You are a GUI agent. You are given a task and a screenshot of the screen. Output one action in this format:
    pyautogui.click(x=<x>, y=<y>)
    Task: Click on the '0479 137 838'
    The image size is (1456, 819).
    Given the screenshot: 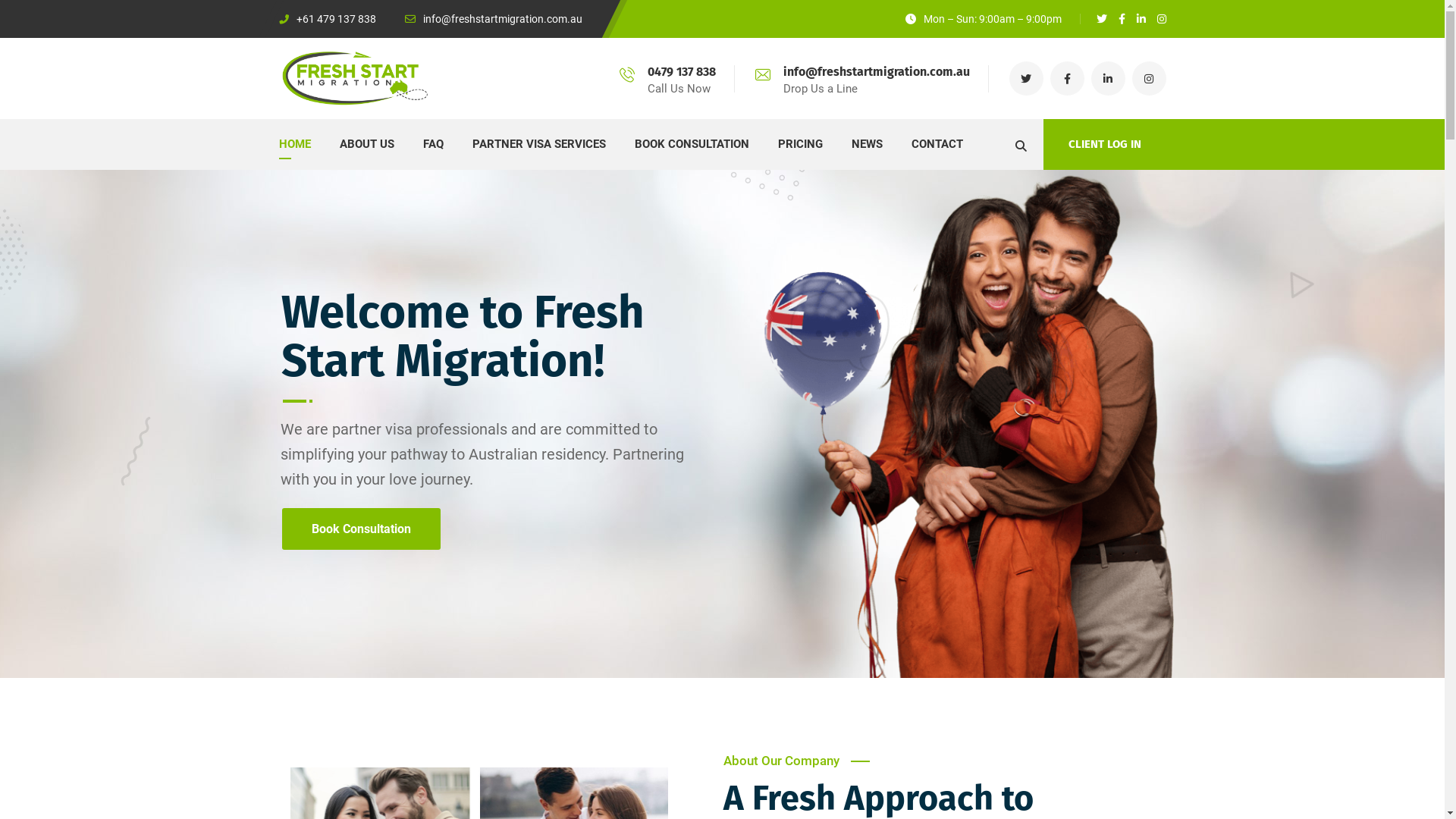 What is the action you would take?
    pyautogui.click(x=680, y=71)
    